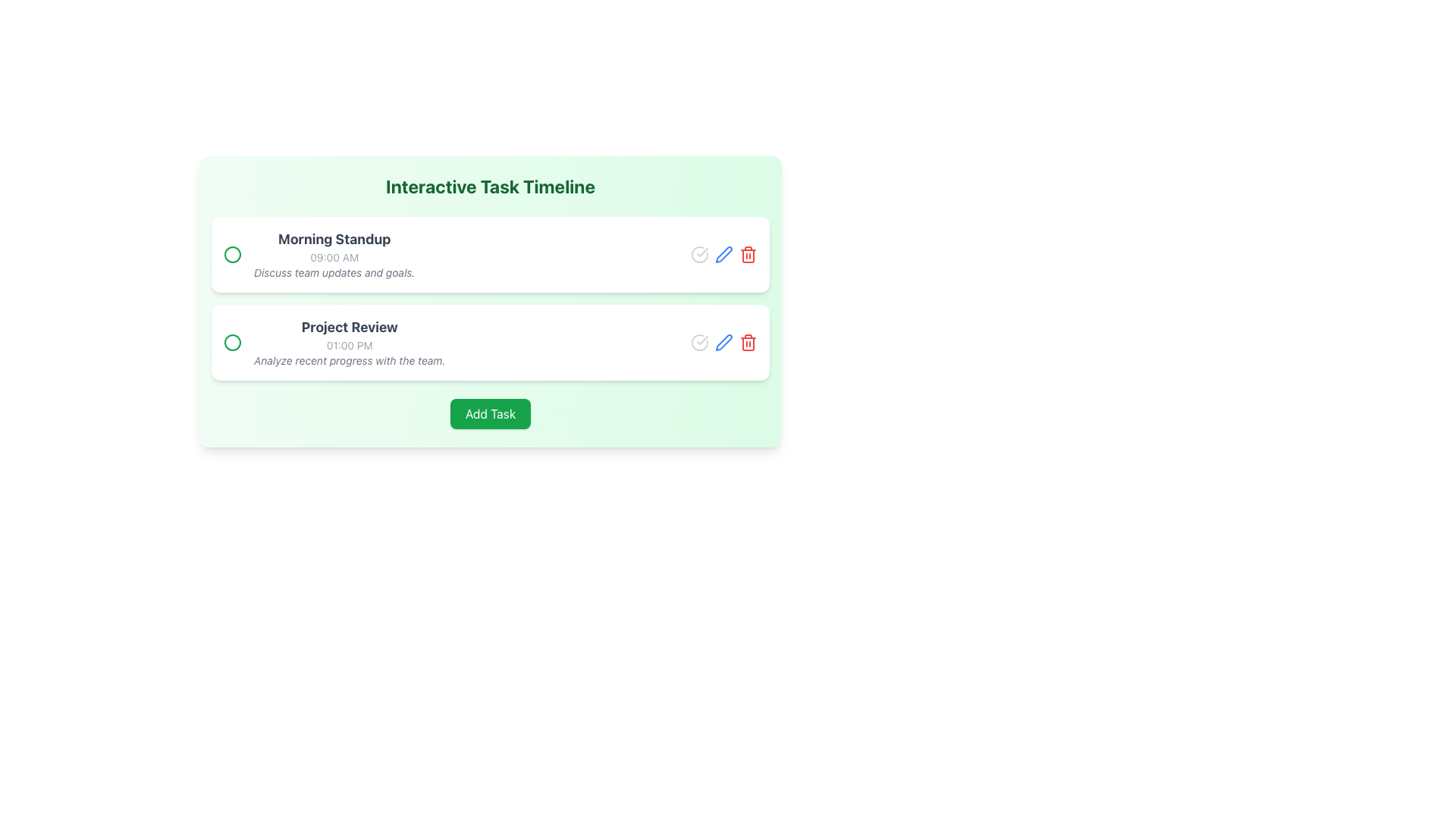  I want to click on the task entry text located in the second row of the vertically stacked list, directly below the 'Morning Standup' row, so click(349, 342).